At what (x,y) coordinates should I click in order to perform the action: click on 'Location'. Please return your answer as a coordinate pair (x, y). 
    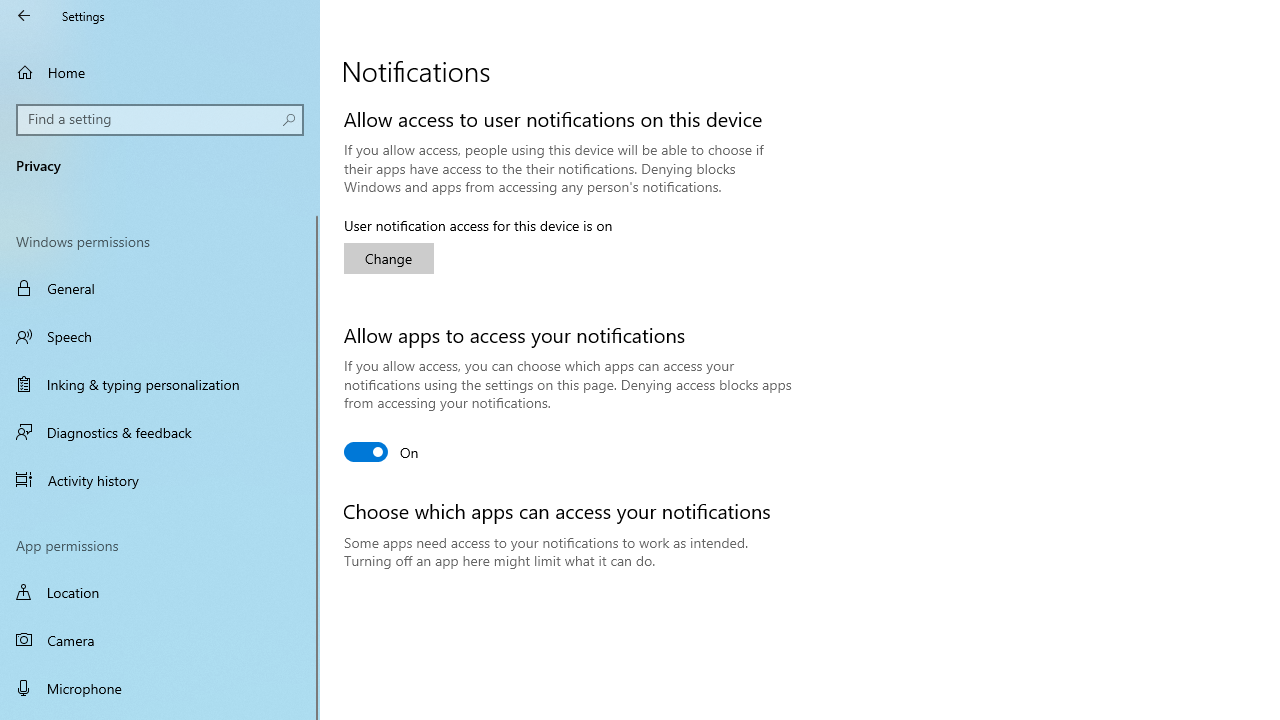
    Looking at the image, I should click on (160, 591).